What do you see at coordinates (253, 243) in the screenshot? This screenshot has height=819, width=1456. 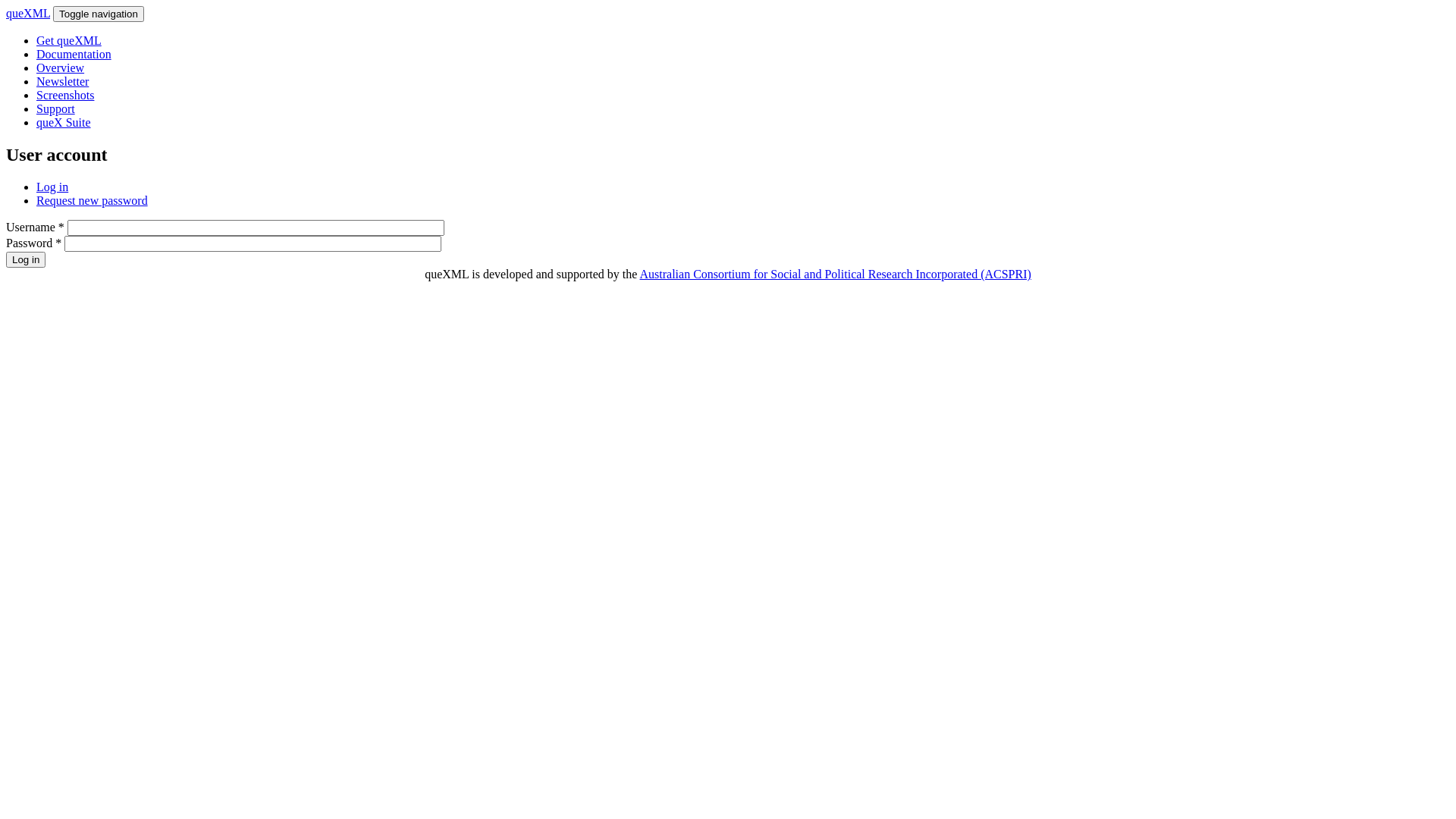 I see `'Enter the password that accompanies your username.'` at bounding box center [253, 243].